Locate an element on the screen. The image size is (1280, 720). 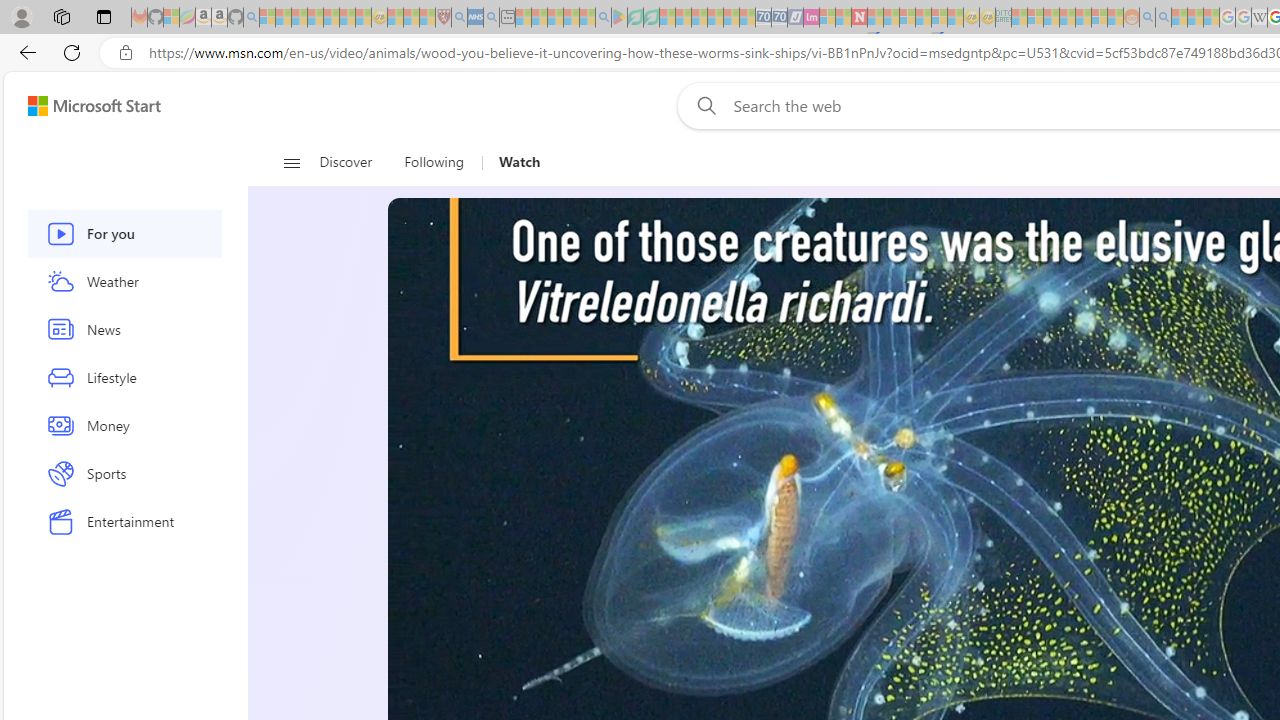
'utah sues federal government - Search - Sleeping' is located at coordinates (491, 17).